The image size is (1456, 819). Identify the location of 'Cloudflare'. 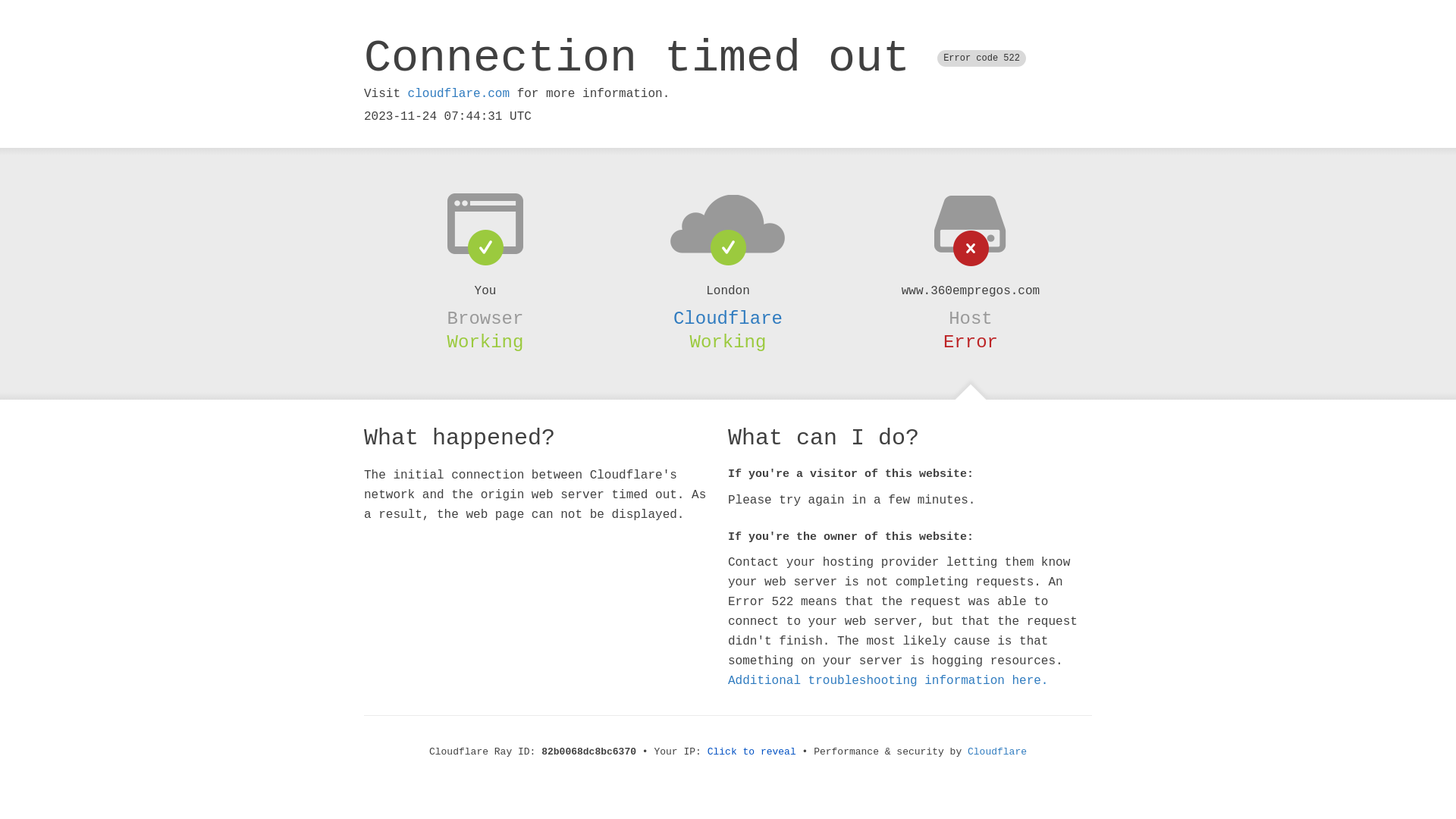
(728, 318).